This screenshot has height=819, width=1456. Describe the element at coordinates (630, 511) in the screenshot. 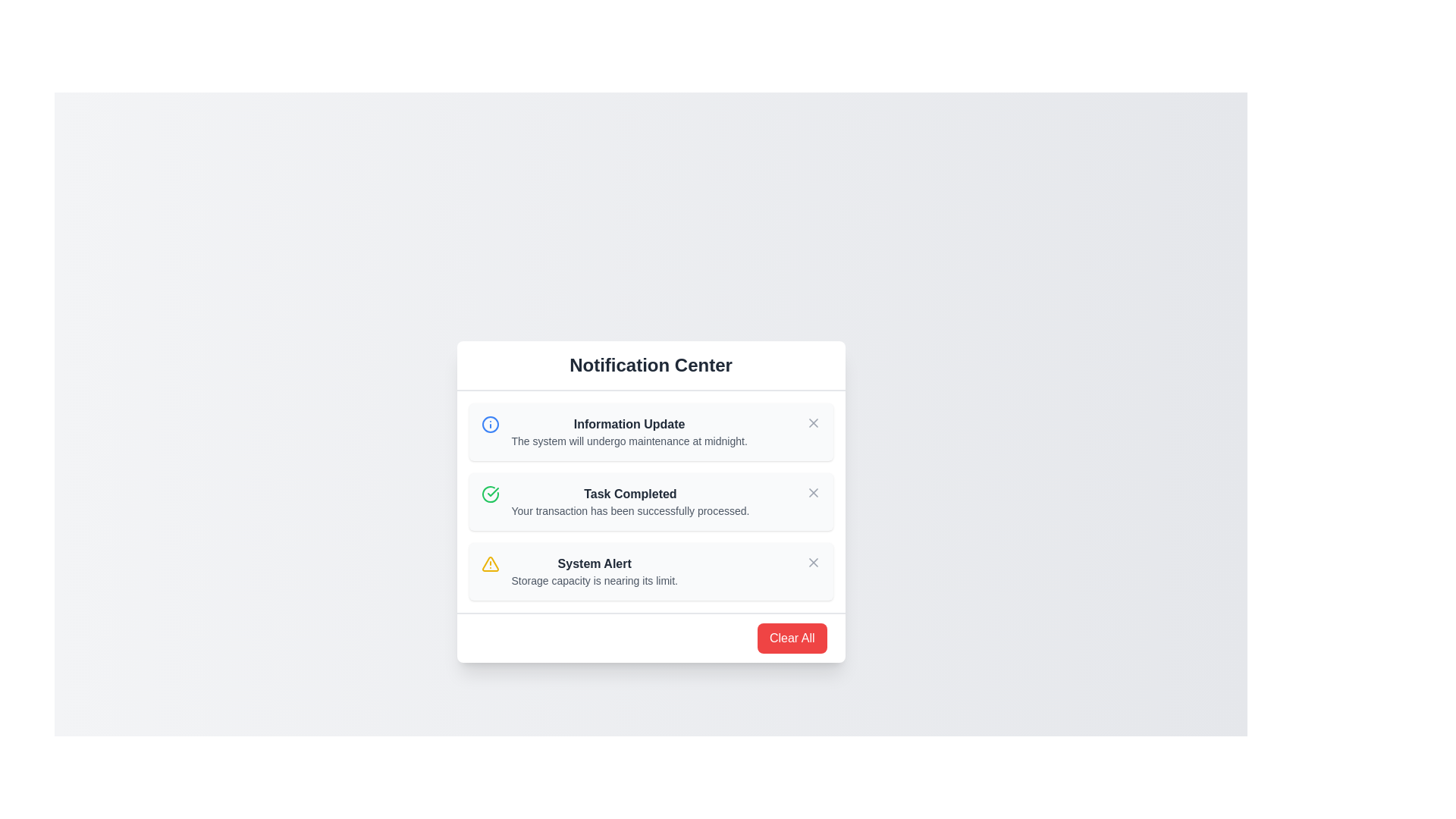

I see `the informational Text label that presents a confirmation message about the successful completion of a transaction, located within the 'Task Completed' card in the Notifications list` at that location.